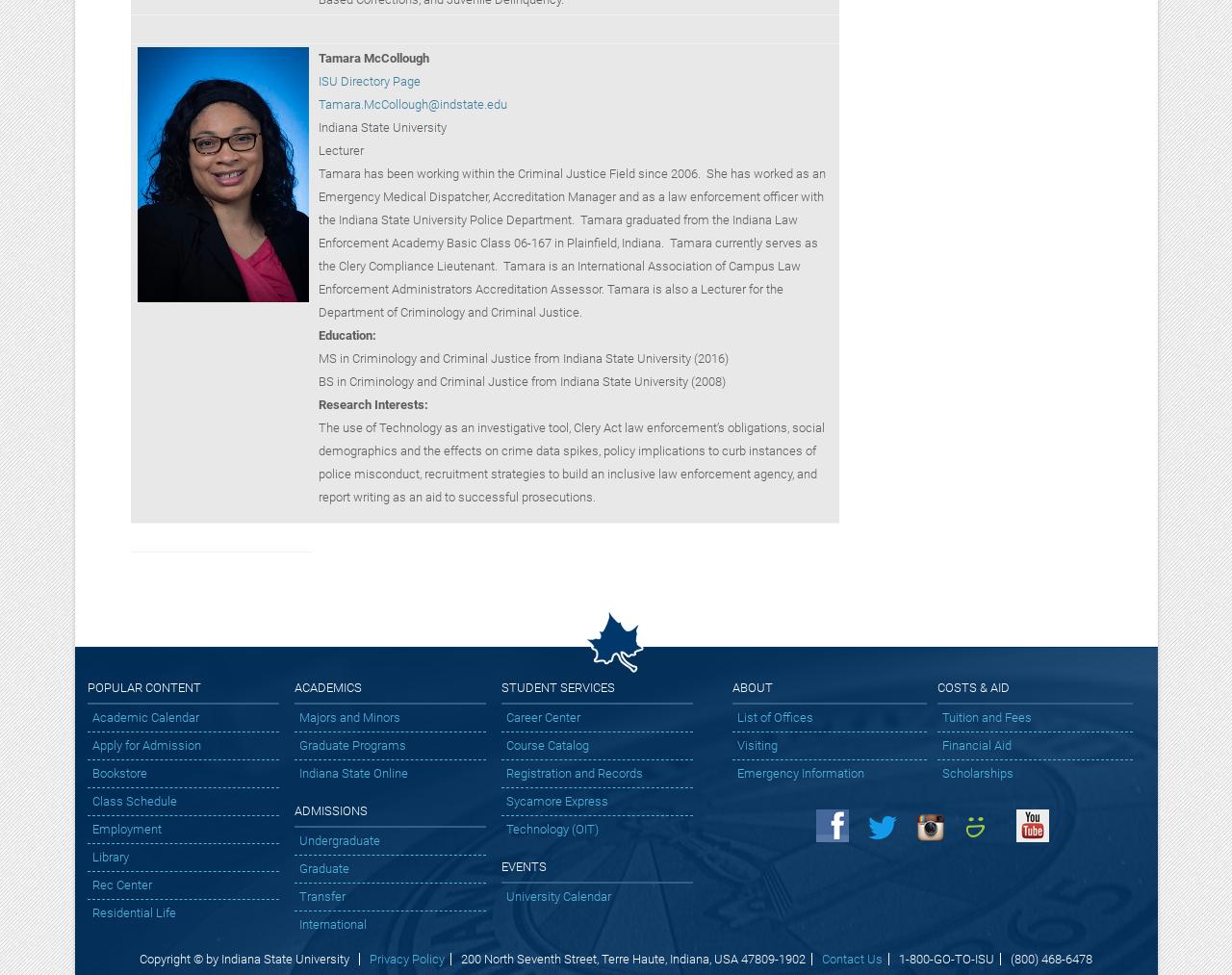 The height and width of the screenshot is (975, 1232). Describe the element at coordinates (570, 241) in the screenshot. I see `'Tamara has been working within the Criminal Justice Field since 2006.  She has worked as an Emergency Medical Dispatcher, Accreditation Manager and as a law enforcement officer with the Indiana State University Police Department.  Tamara graduated from the Indiana Law Enforcement Academy Basic Class 06-167 in Plainfield, Indiana.  Tamara currently serves as the Clery Compliance Lieutenant.  Tamara is an International Association of Campus Law Enforcement Administrators Accreditation Assessor. Tamara is also a Lecturer for the Department of Criminology and Criminal Justice.'` at that location.